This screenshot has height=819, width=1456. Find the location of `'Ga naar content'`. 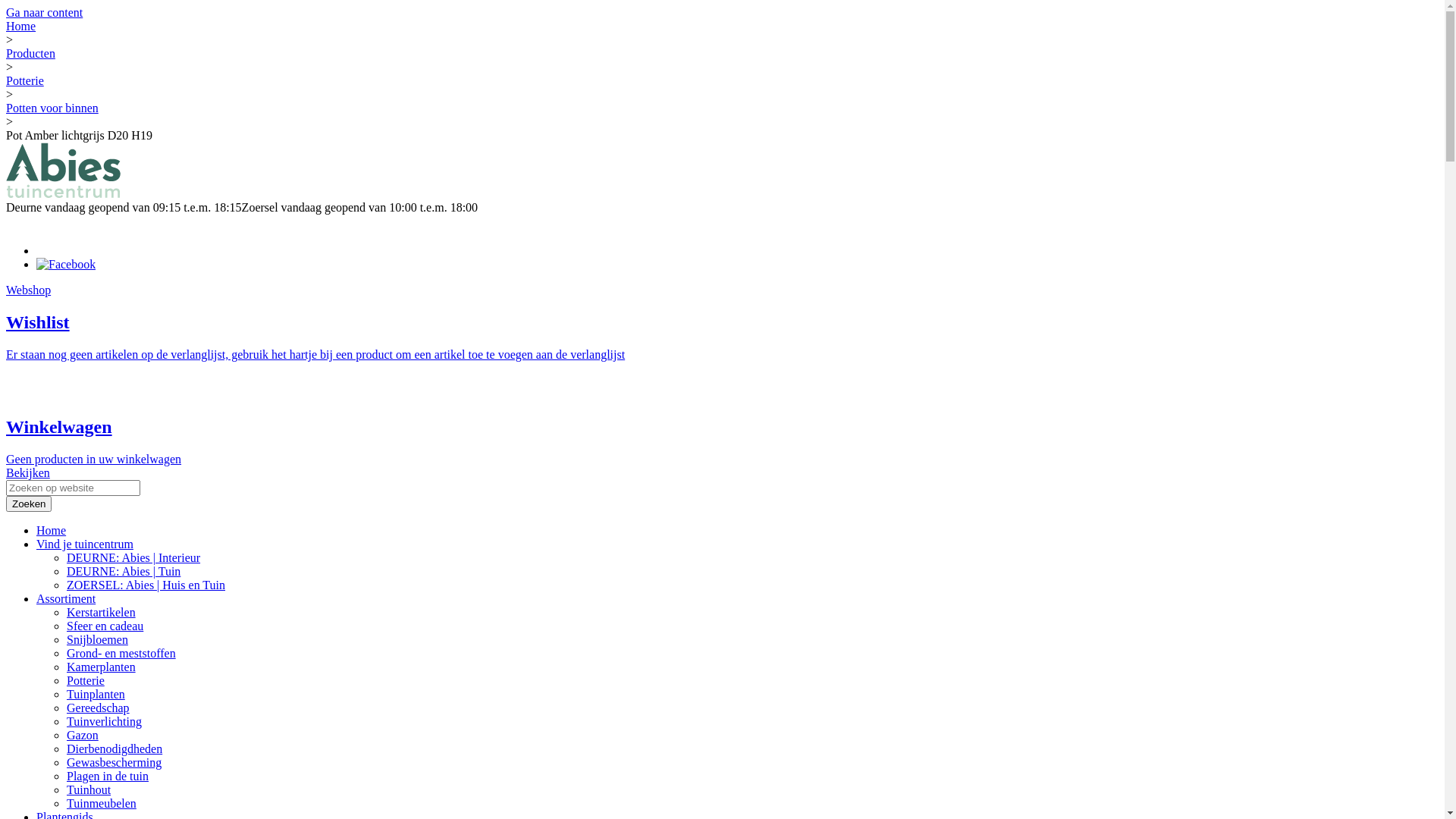

'Ga naar content' is located at coordinates (44, 12).